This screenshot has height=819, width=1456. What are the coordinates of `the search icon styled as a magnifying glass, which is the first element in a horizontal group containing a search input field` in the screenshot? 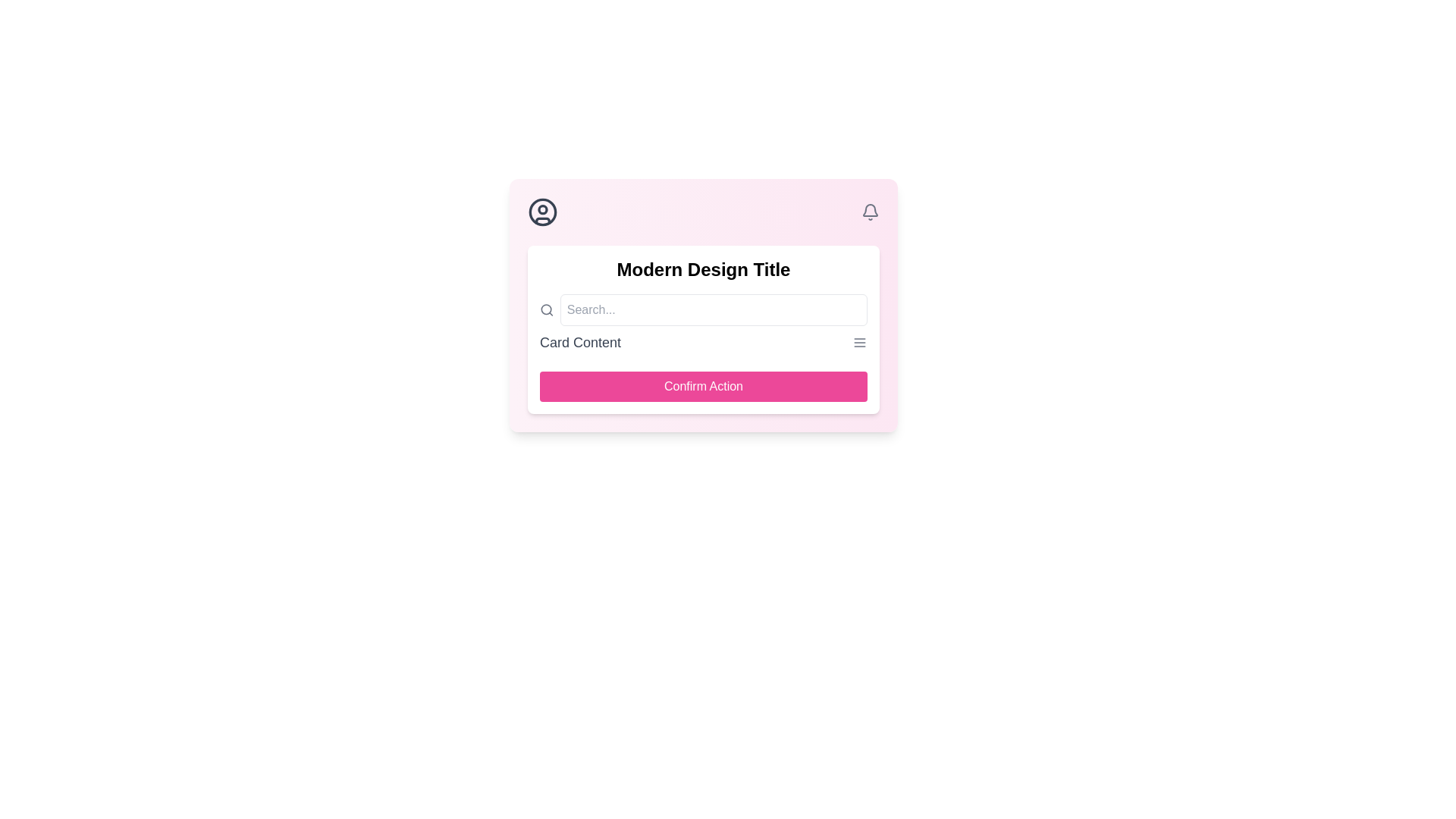 It's located at (546, 309).